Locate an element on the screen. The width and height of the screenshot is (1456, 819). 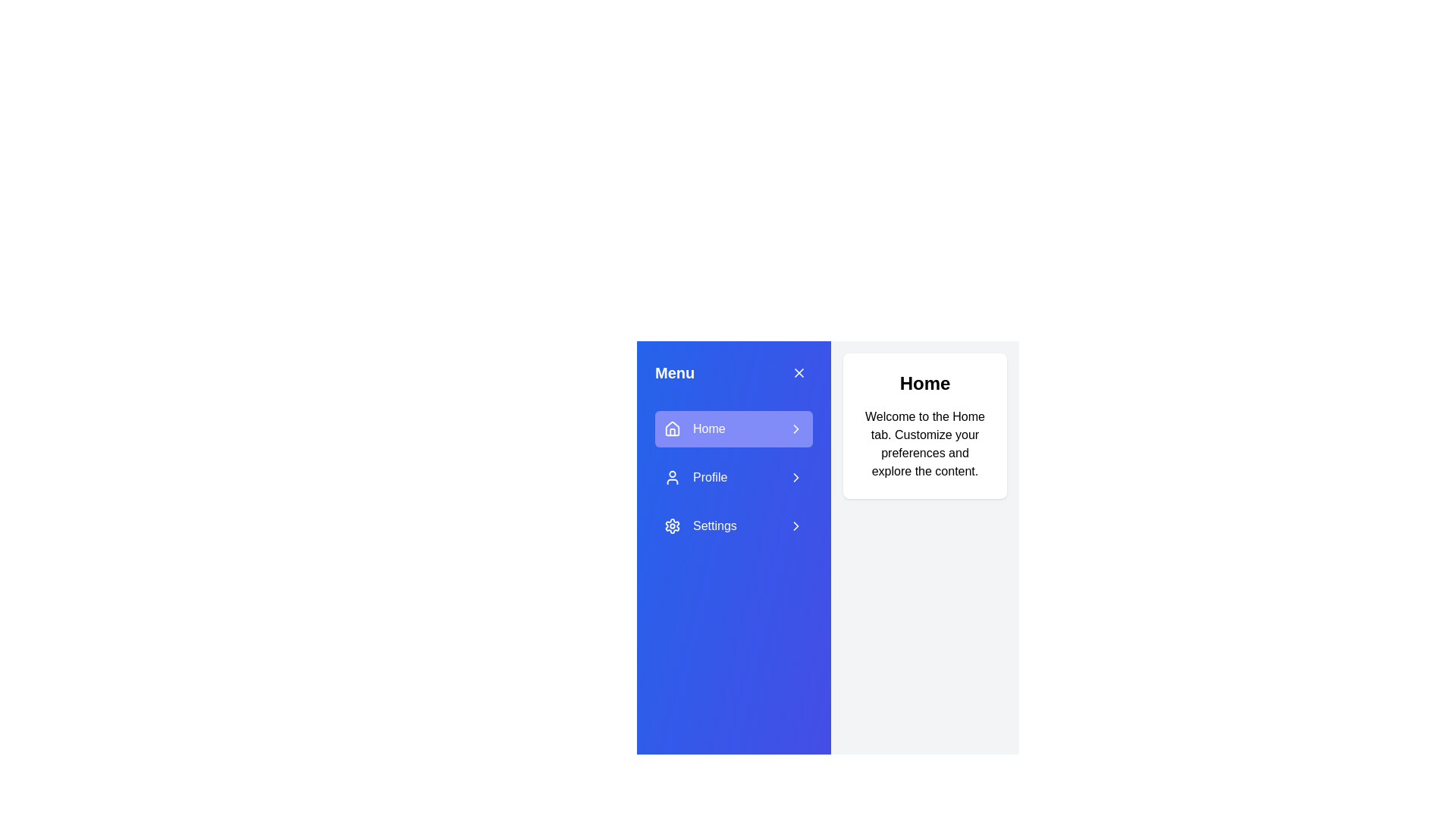
the settings icon located in the left sidebar menu, which is the third item after 'Home' and 'Profile' is located at coordinates (672, 526).